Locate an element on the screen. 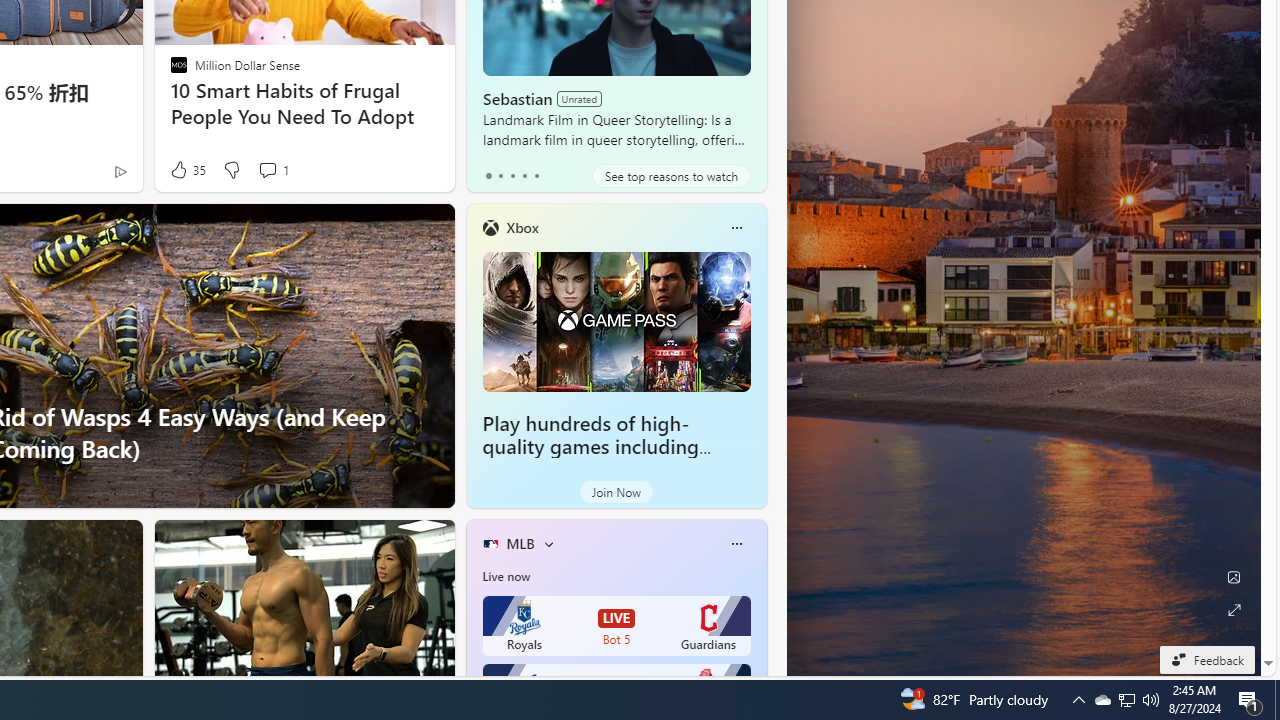 The image size is (1280, 720). 'More interests' is located at coordinates (548, 543).